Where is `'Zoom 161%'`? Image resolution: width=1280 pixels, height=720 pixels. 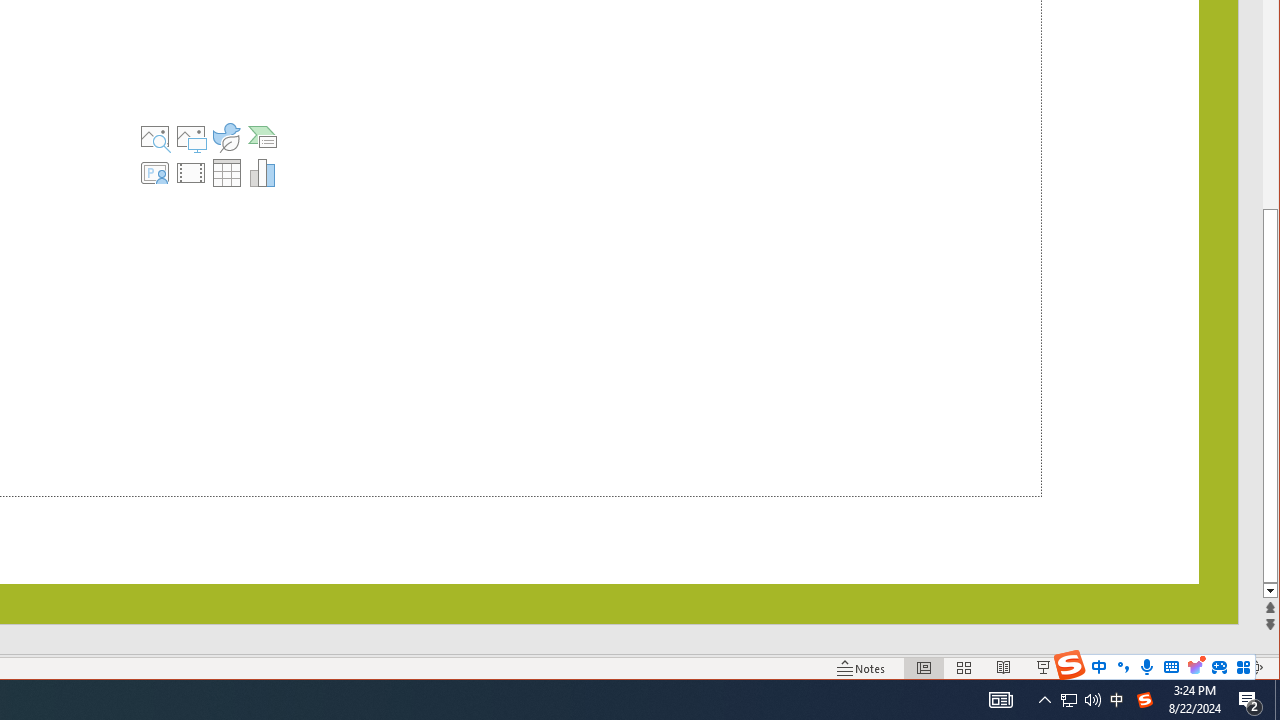
'Zoom 161%' is located at coordinates (1221, 668).